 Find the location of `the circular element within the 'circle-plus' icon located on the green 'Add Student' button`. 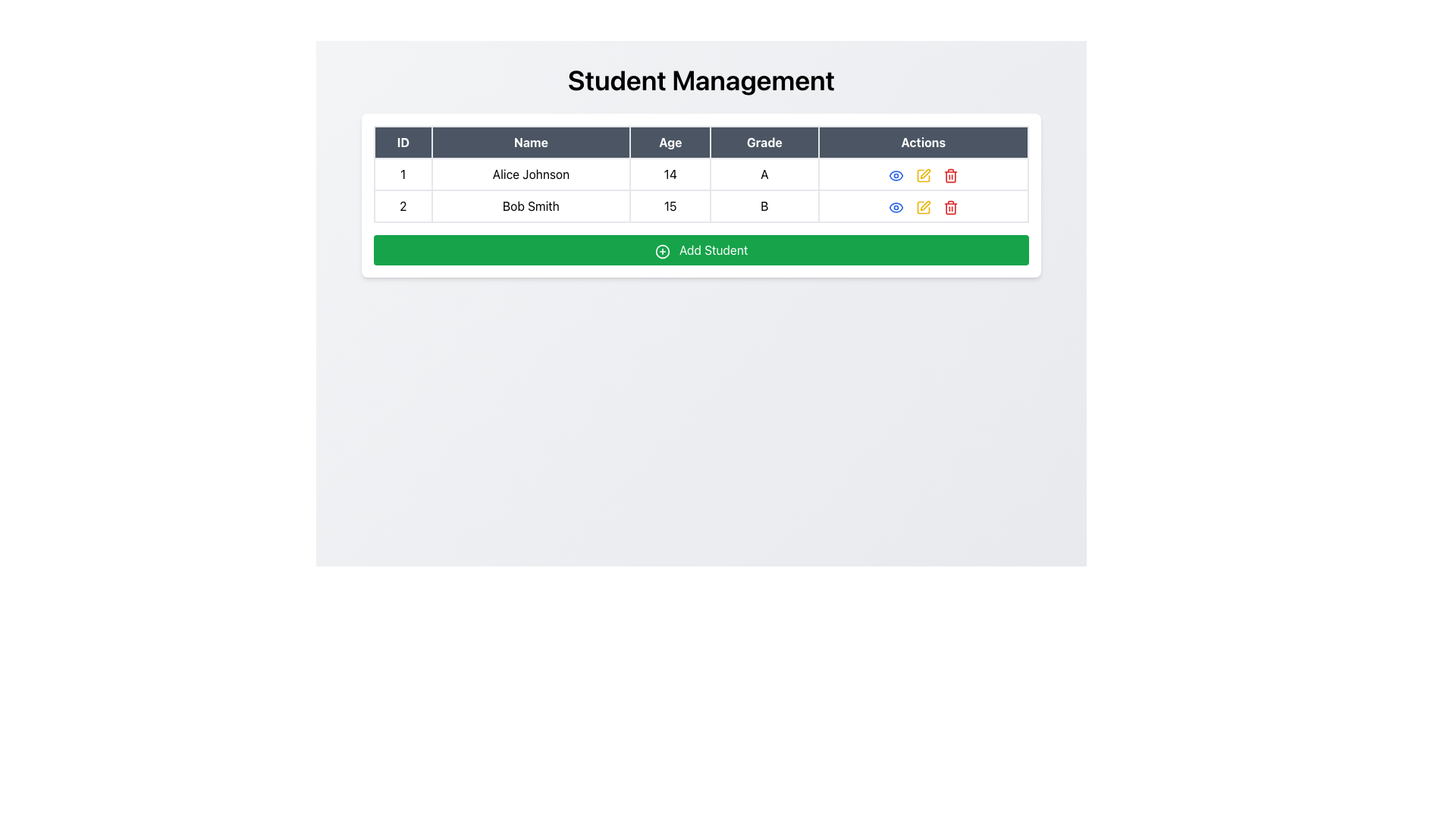

the circular element within the 'circle-plus' icon located on the green 'Add Student' button is located at coordinates (662, 250).